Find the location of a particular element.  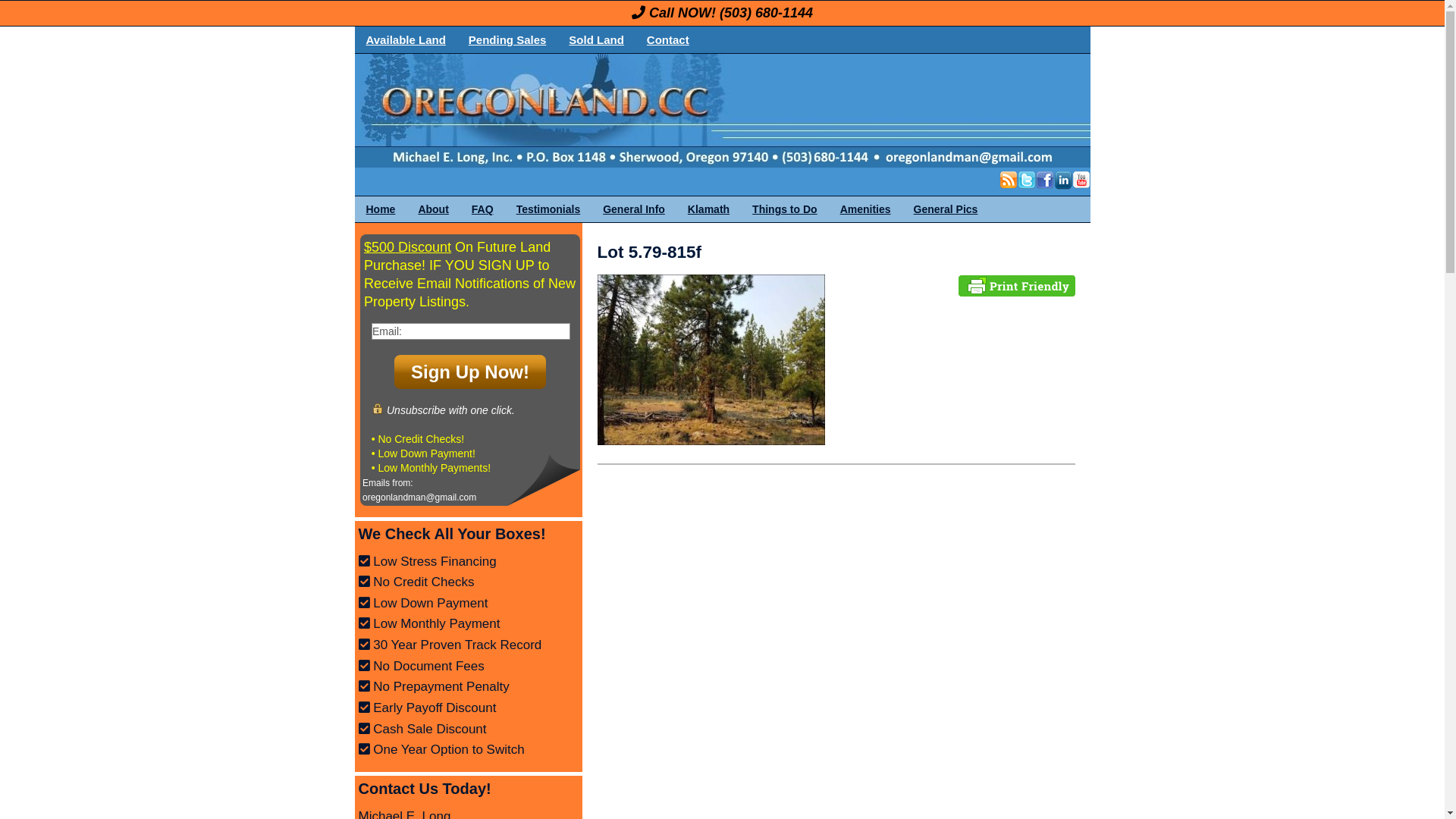

'Things to Do' is located at coordinates (785, 209).